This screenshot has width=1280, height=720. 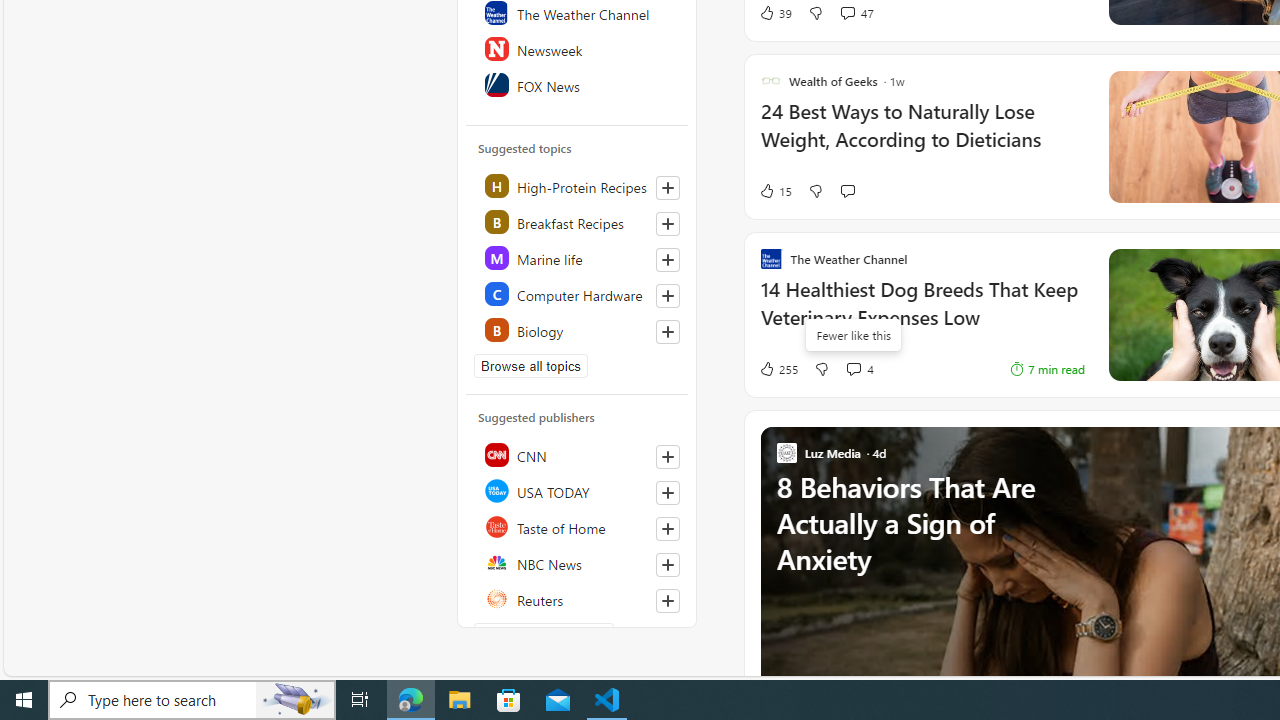 I want to click on 'Taste of Home', so click(x=577, y=526).